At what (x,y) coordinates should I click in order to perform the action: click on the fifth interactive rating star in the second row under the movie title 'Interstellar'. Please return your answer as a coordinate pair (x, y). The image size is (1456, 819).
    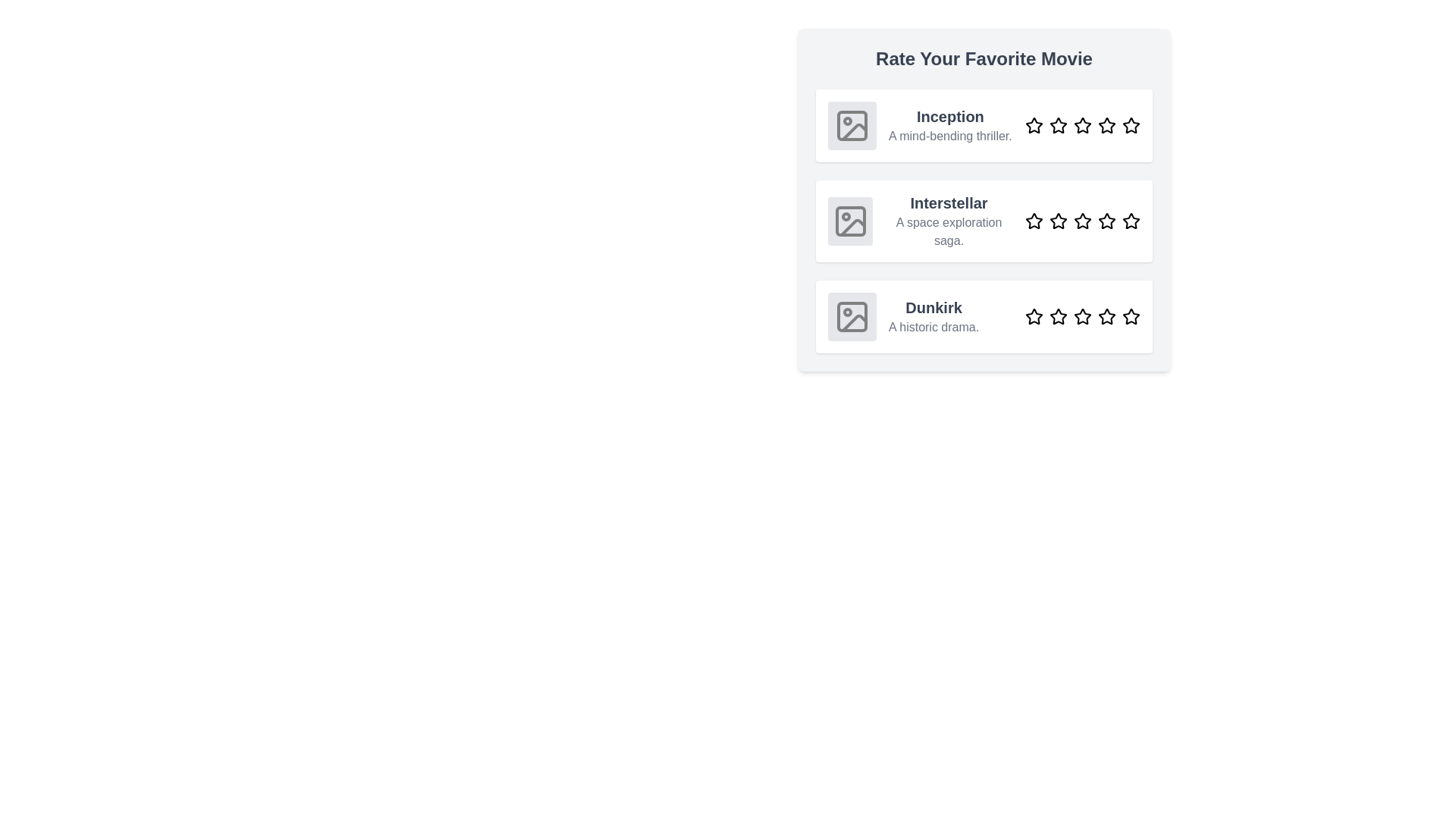
    Looking at the image, I should click on (1131, 221).